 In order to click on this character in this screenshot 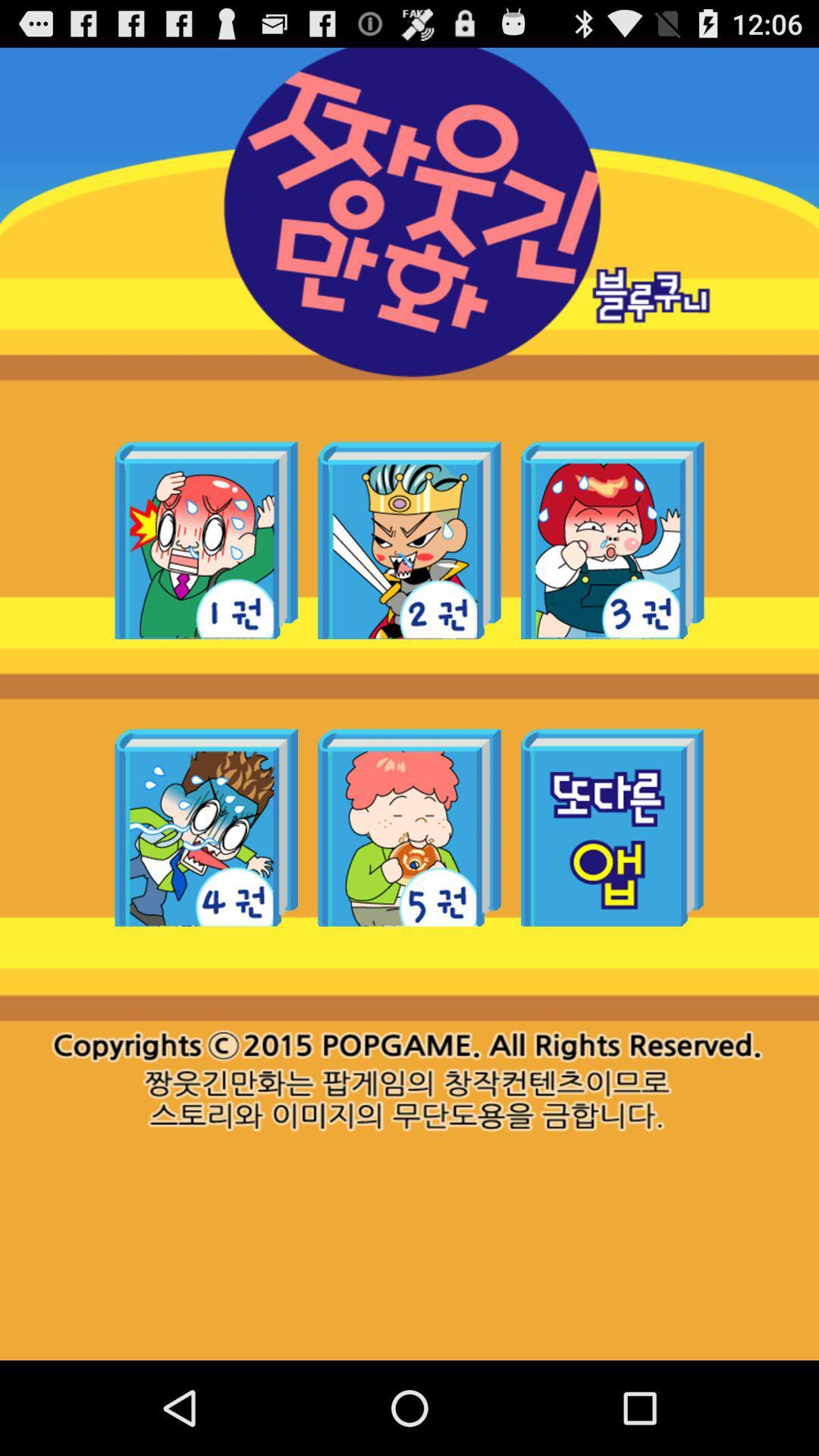, I will do `click(206, 827)`.